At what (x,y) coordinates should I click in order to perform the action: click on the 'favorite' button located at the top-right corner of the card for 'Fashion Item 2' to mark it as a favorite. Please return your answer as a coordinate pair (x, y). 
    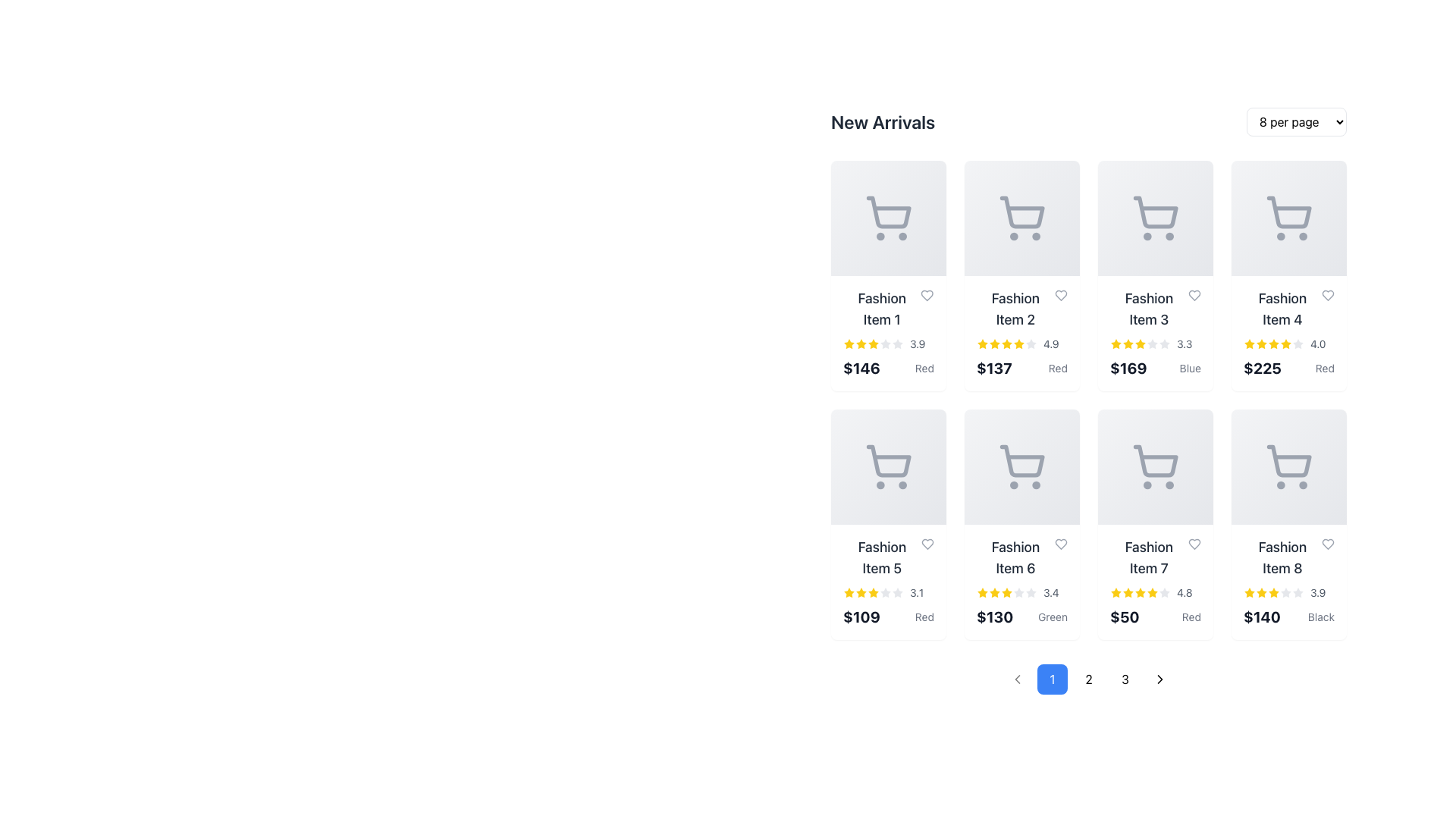
    Looking at the image, I should click on (1060, 295).